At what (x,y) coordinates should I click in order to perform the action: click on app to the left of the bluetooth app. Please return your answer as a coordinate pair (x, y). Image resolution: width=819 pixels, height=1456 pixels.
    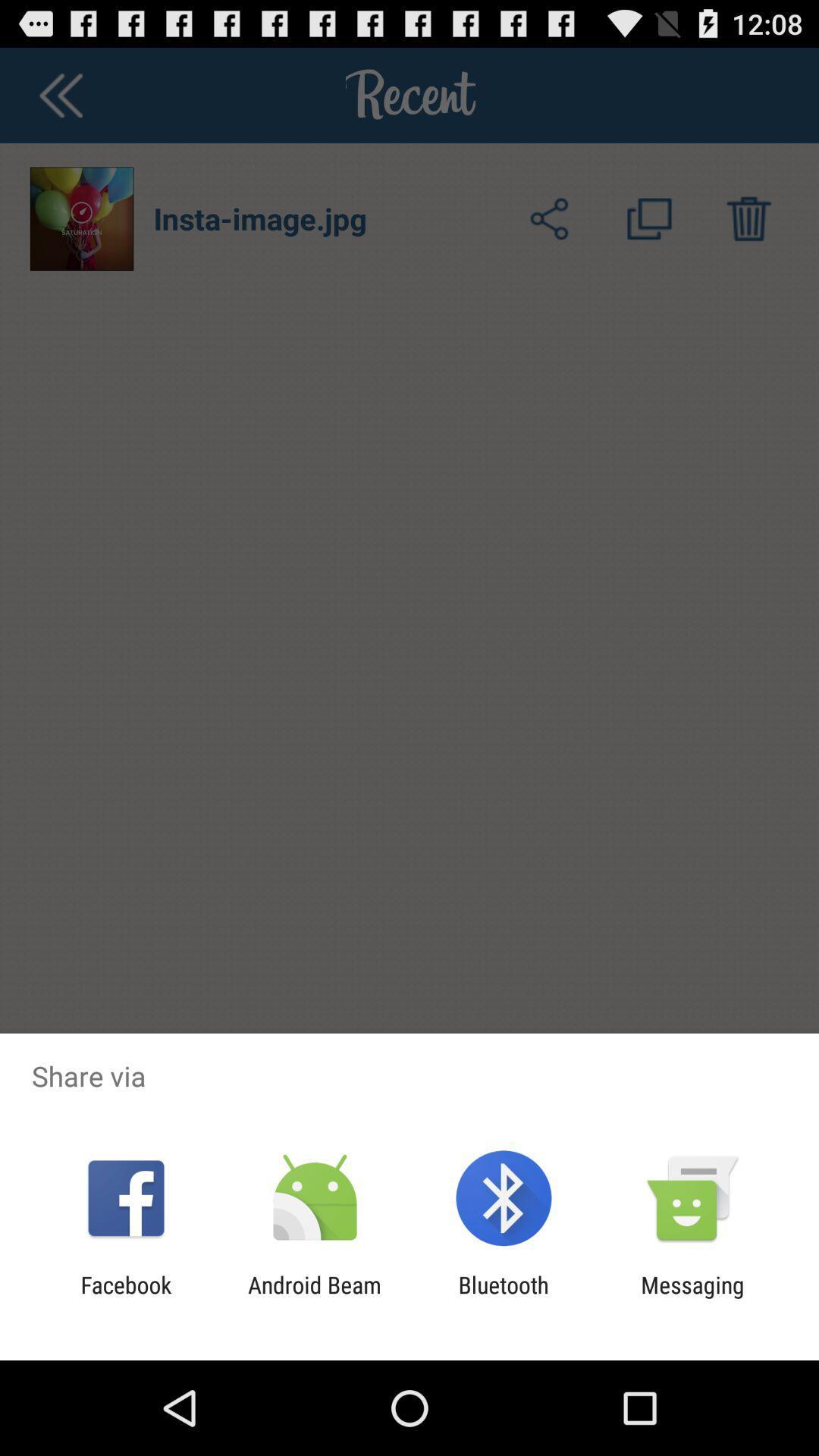
    Looking at the image, I should click on (314, 1298).